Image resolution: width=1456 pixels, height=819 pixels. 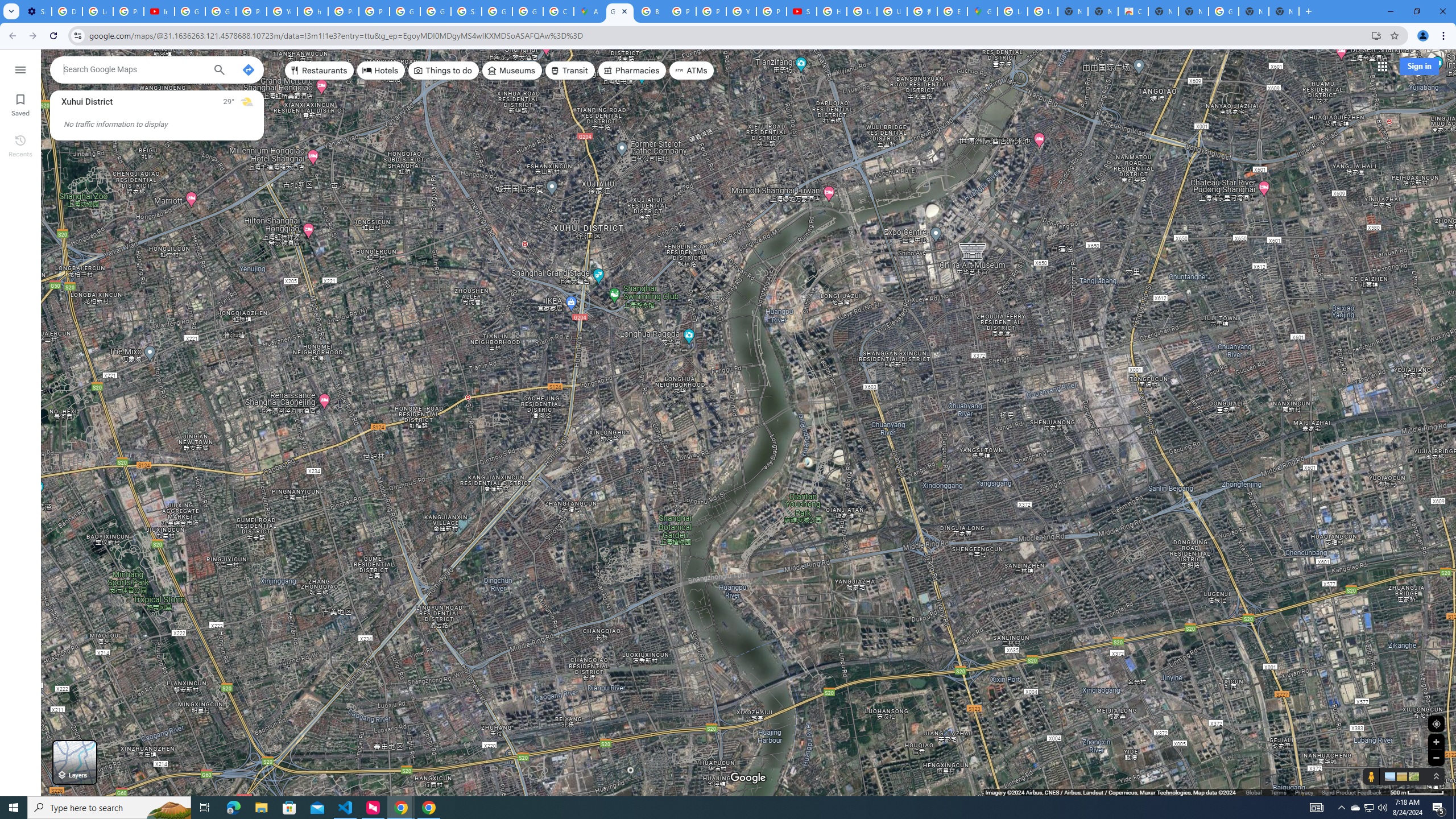 I want to click on 'Explore new street-level details - Google Maps Help', so click(x=952, y=11).